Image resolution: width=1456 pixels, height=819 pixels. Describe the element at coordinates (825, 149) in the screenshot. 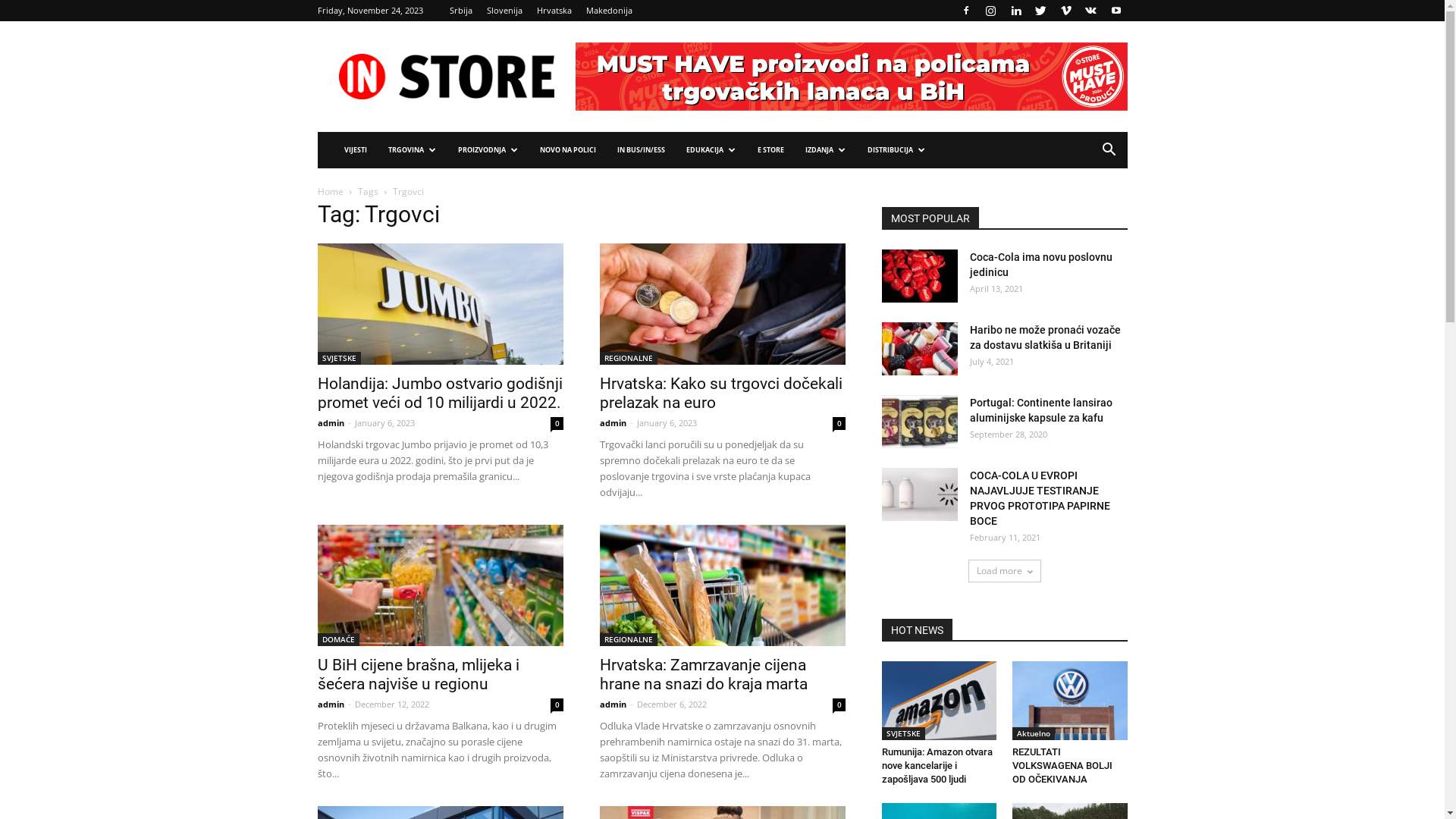

I see `'IZDANJA'` at that location.